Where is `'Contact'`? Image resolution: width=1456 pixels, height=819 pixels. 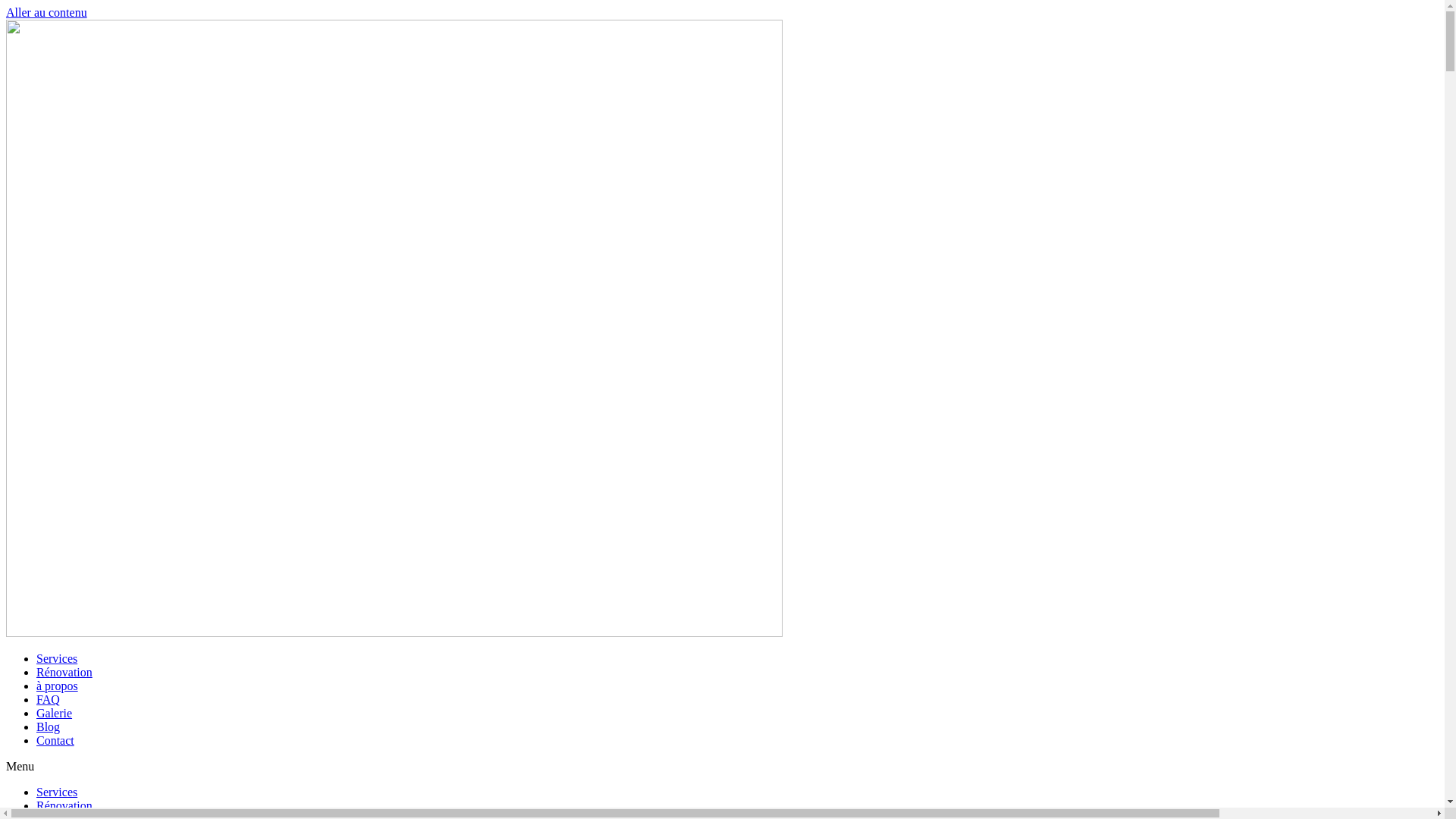
'Contact' is located at coordinates (55, 739).